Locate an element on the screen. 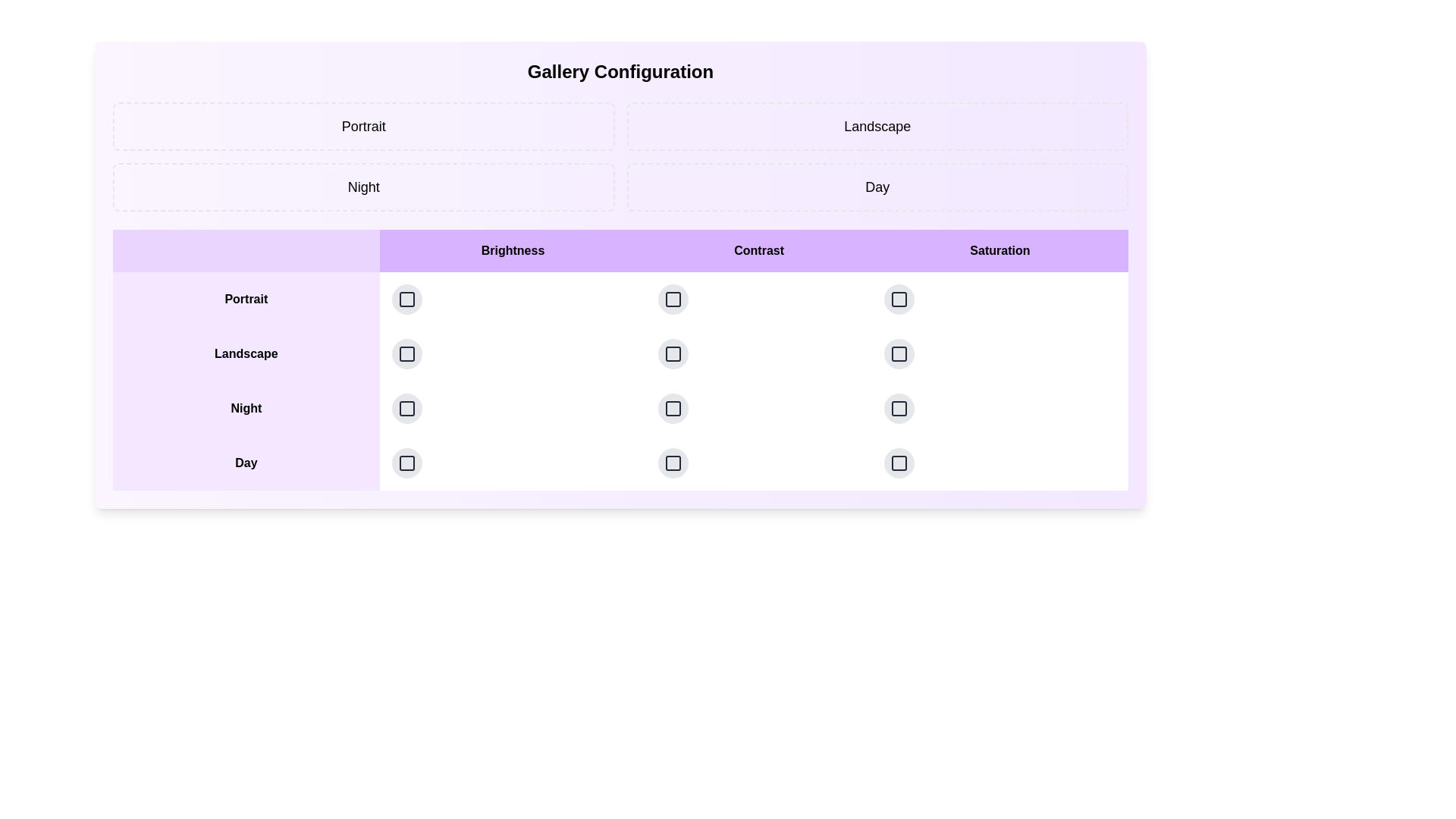 This screenshot has height=819, width=1456. the saturation adjustment checkbox for the 'Portrait' configuration, located at the intersection of the 'Portrait' row and 'Saturation' column is located at coordinates (999, 299).